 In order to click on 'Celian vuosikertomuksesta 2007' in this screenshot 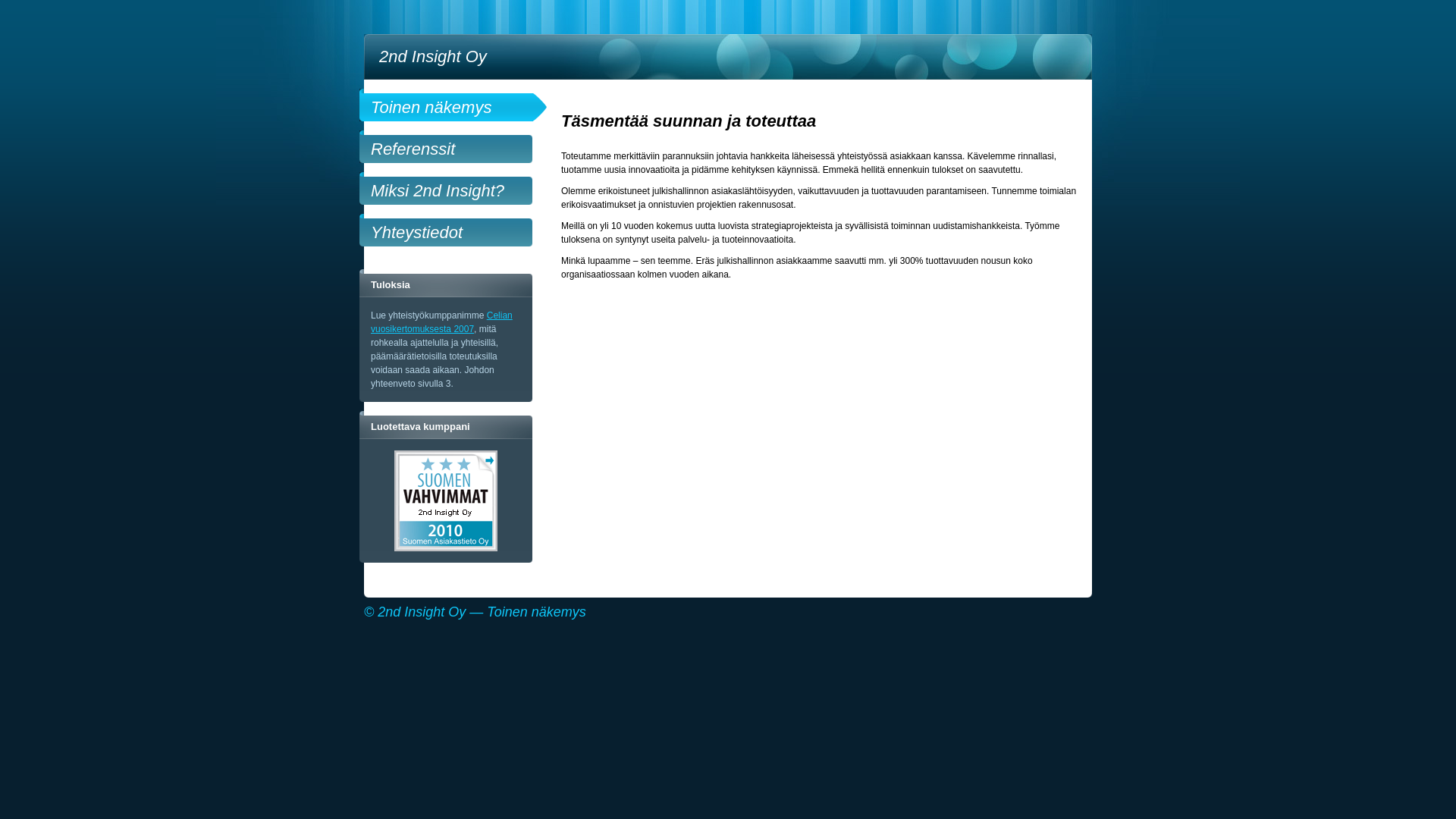, I will do `click(441, 321)`.